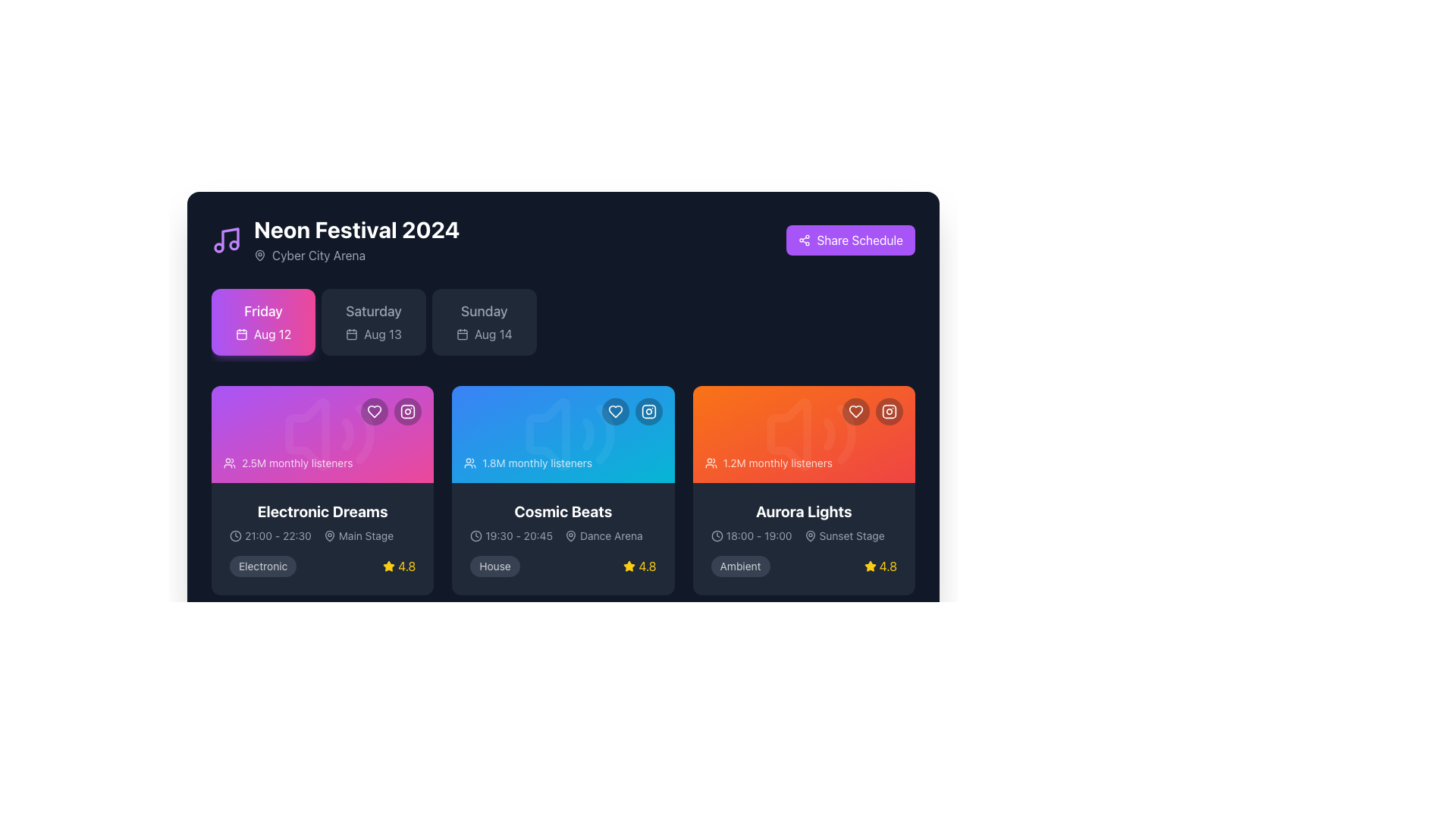 The image size is (1456, 819). What do you see at coordinates (389, 566) in the screenshot?
I see `the star icon located at the bottom-right corner of the 'Electronic Dreams' card` at bounding box center [389, 566].